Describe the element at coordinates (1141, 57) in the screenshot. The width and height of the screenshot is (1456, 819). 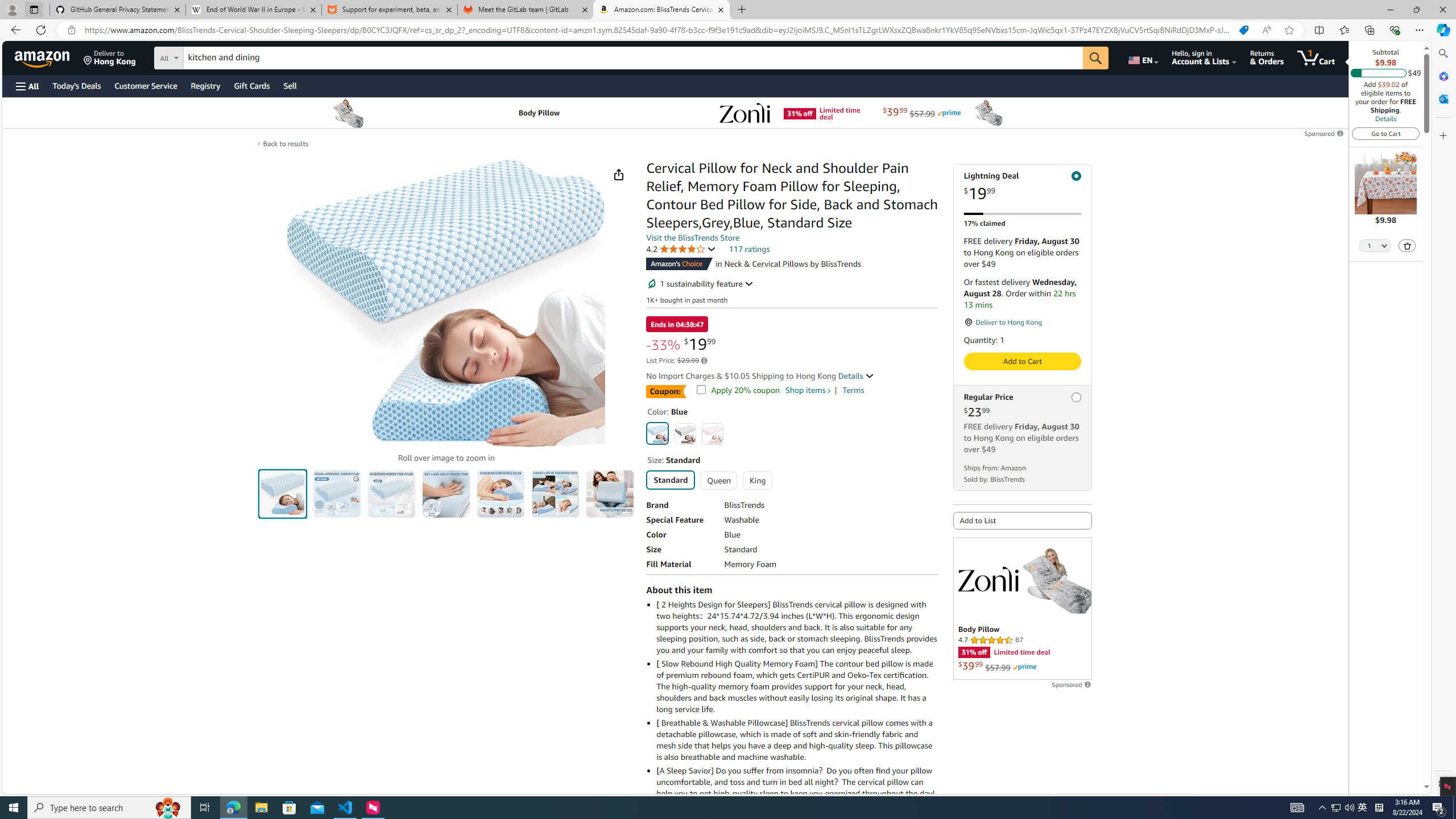
I see `'Choose a language for shopping.'` at that location.